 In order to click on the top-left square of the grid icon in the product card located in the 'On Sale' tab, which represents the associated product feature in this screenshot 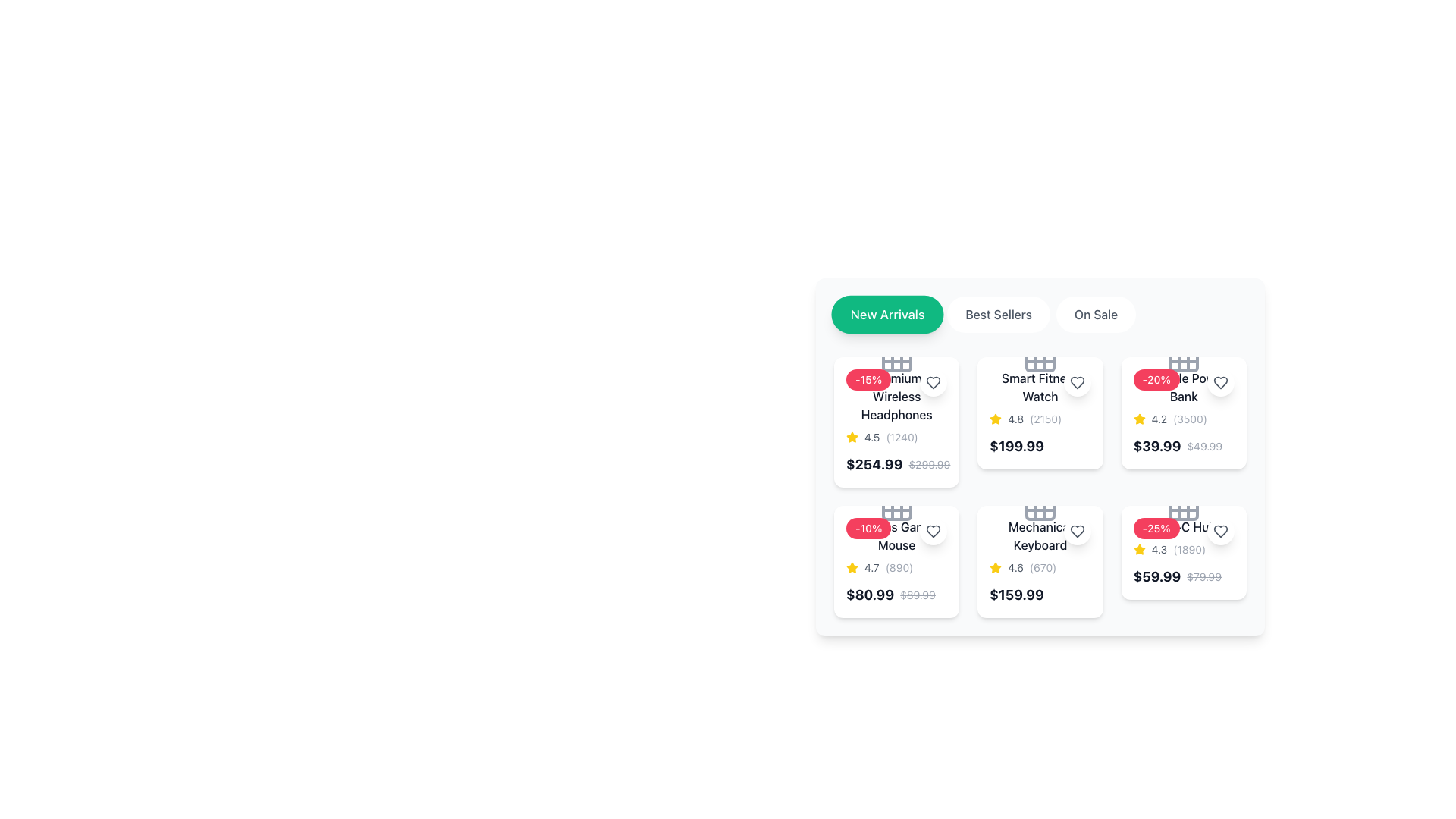, I will do `click(1183, 506)`.